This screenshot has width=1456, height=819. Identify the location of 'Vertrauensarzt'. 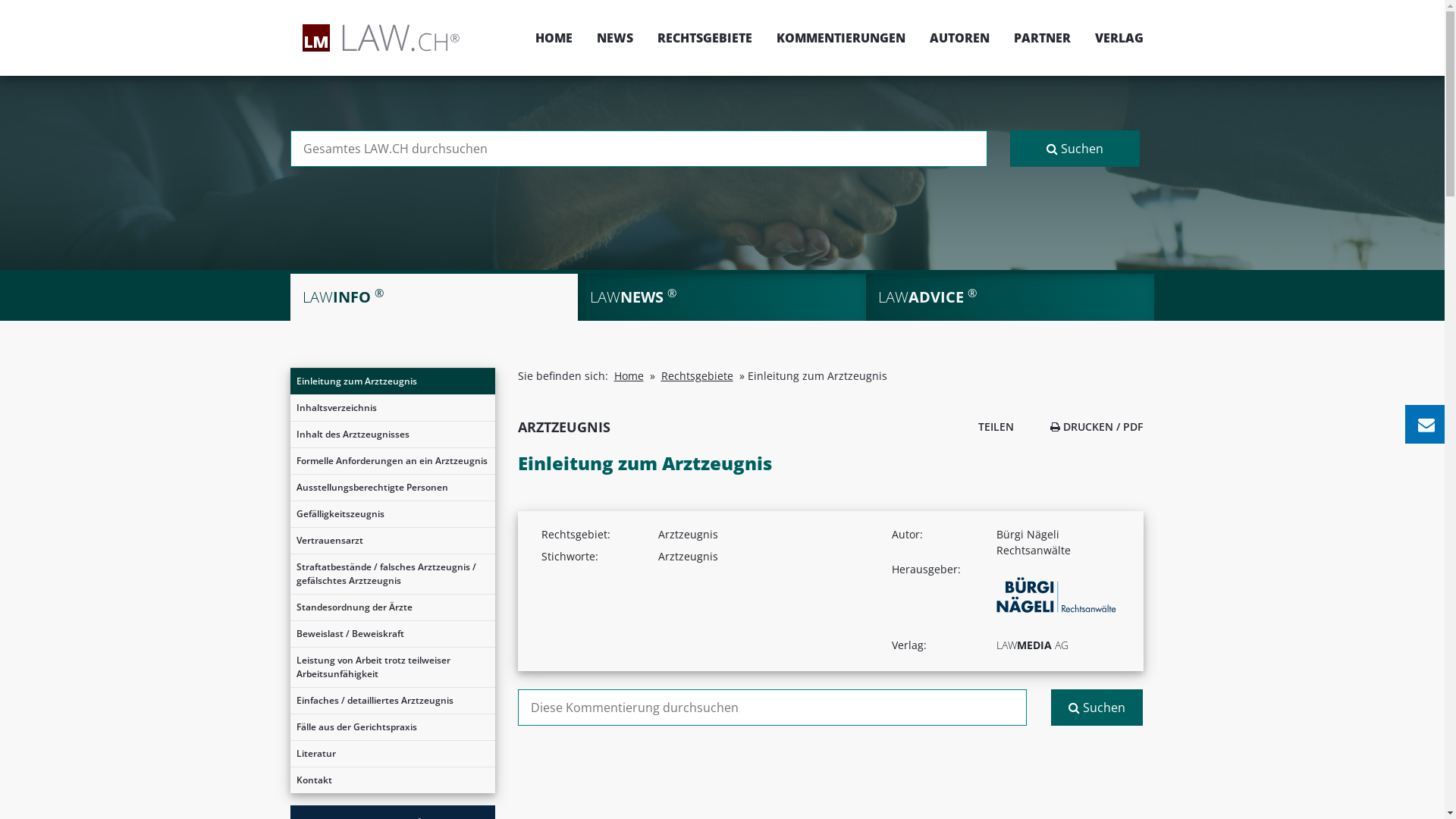
(392, 540).